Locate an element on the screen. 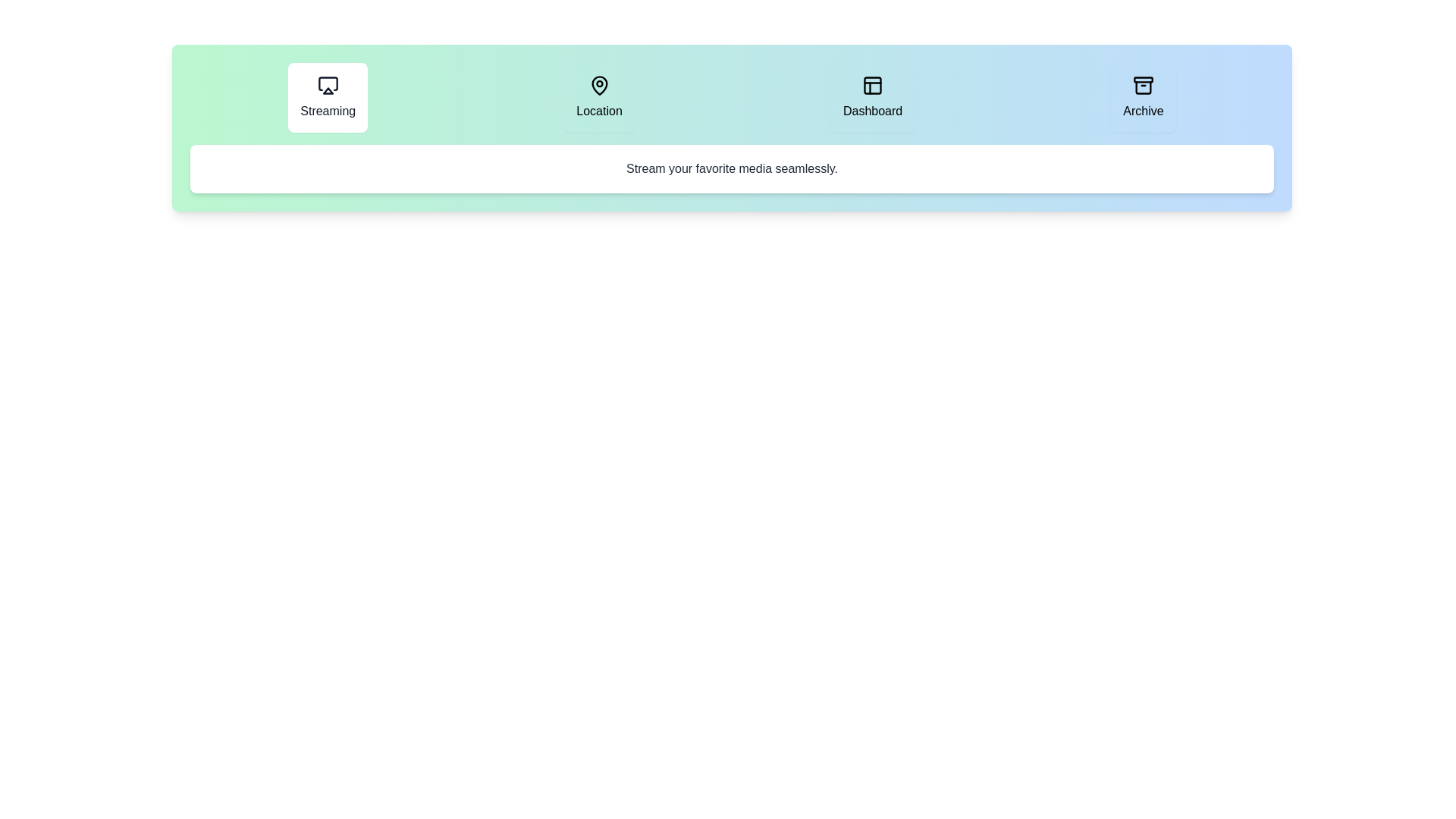  the tab labeled Archive to observe its hover effect is located at coordinates (1143, 97).